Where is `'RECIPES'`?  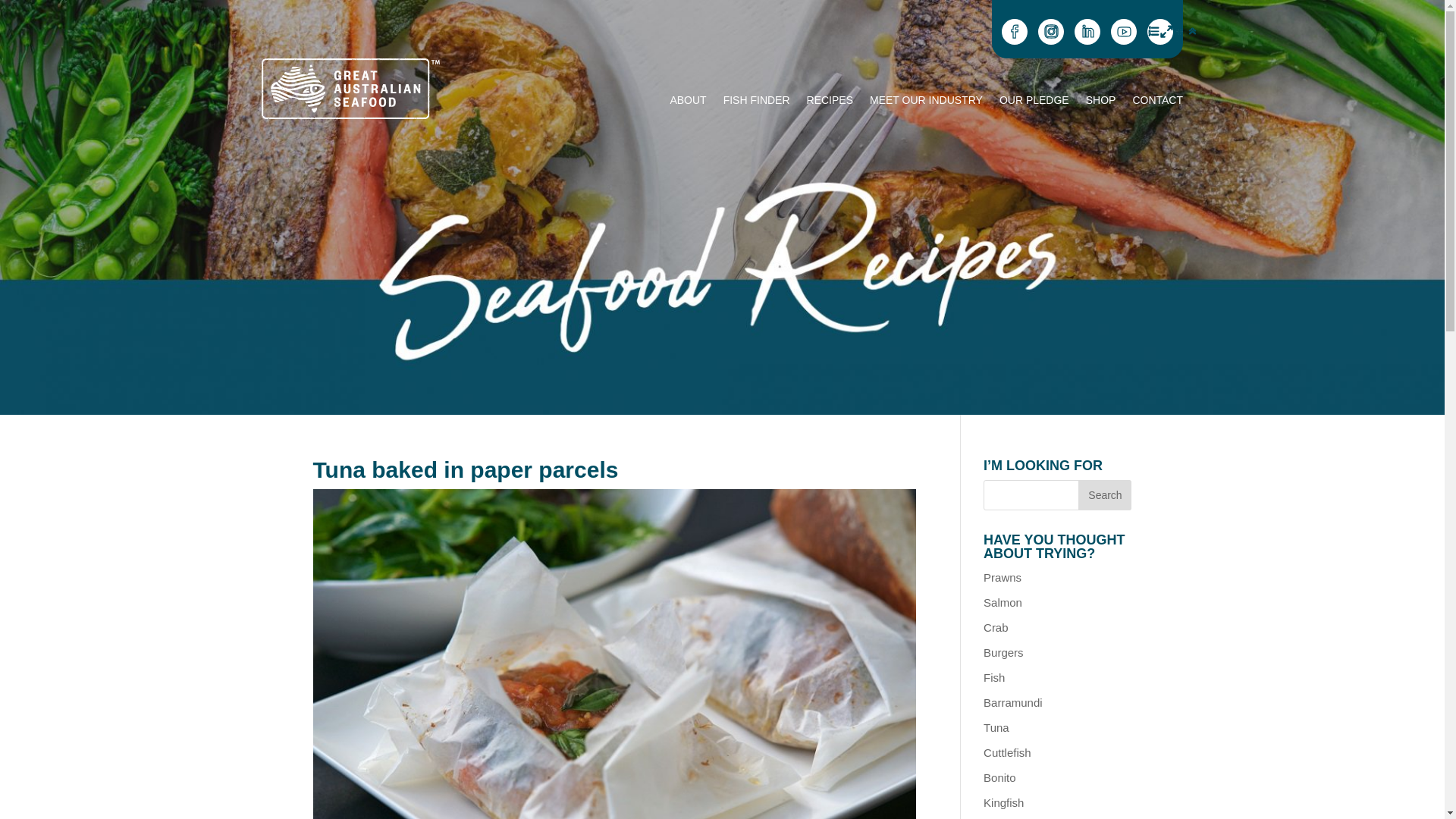
'RECIPES' is located at coordinates (829, 102).